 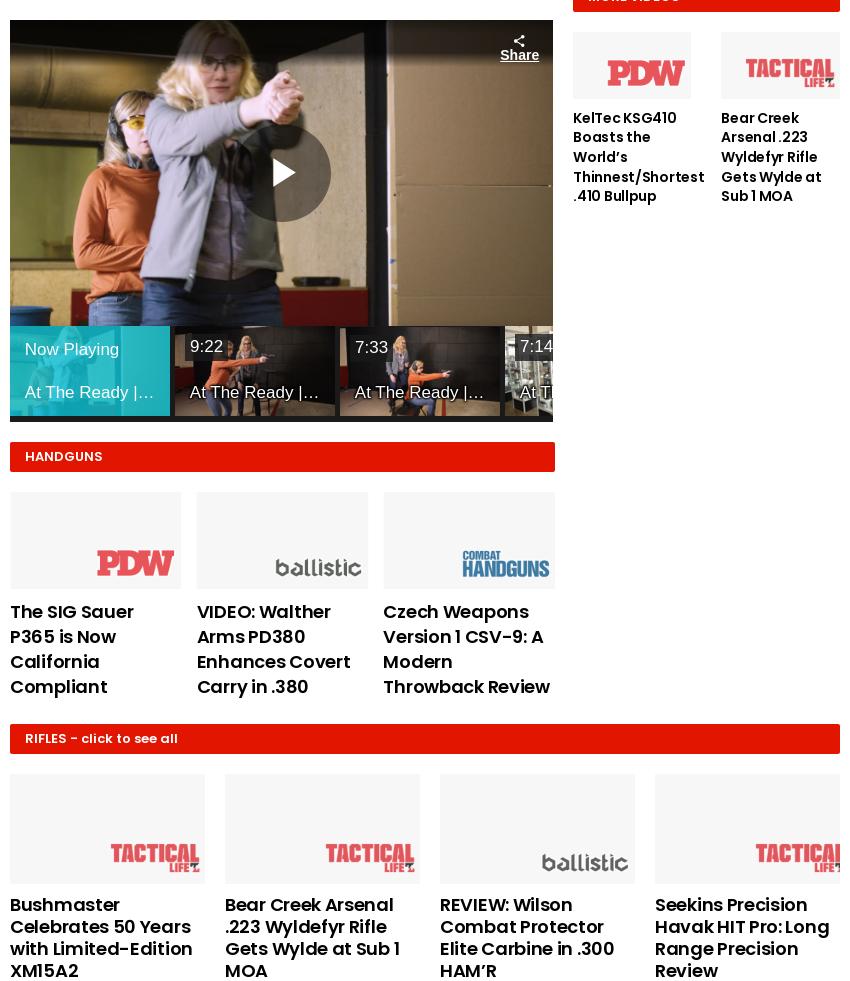 What do you see at coordinates (272, 648) in the screenshot?
I see `'VIDEO: Walther Arms PD380 Enhances Covert Carry in .380'` at bounding box center [272, 648].